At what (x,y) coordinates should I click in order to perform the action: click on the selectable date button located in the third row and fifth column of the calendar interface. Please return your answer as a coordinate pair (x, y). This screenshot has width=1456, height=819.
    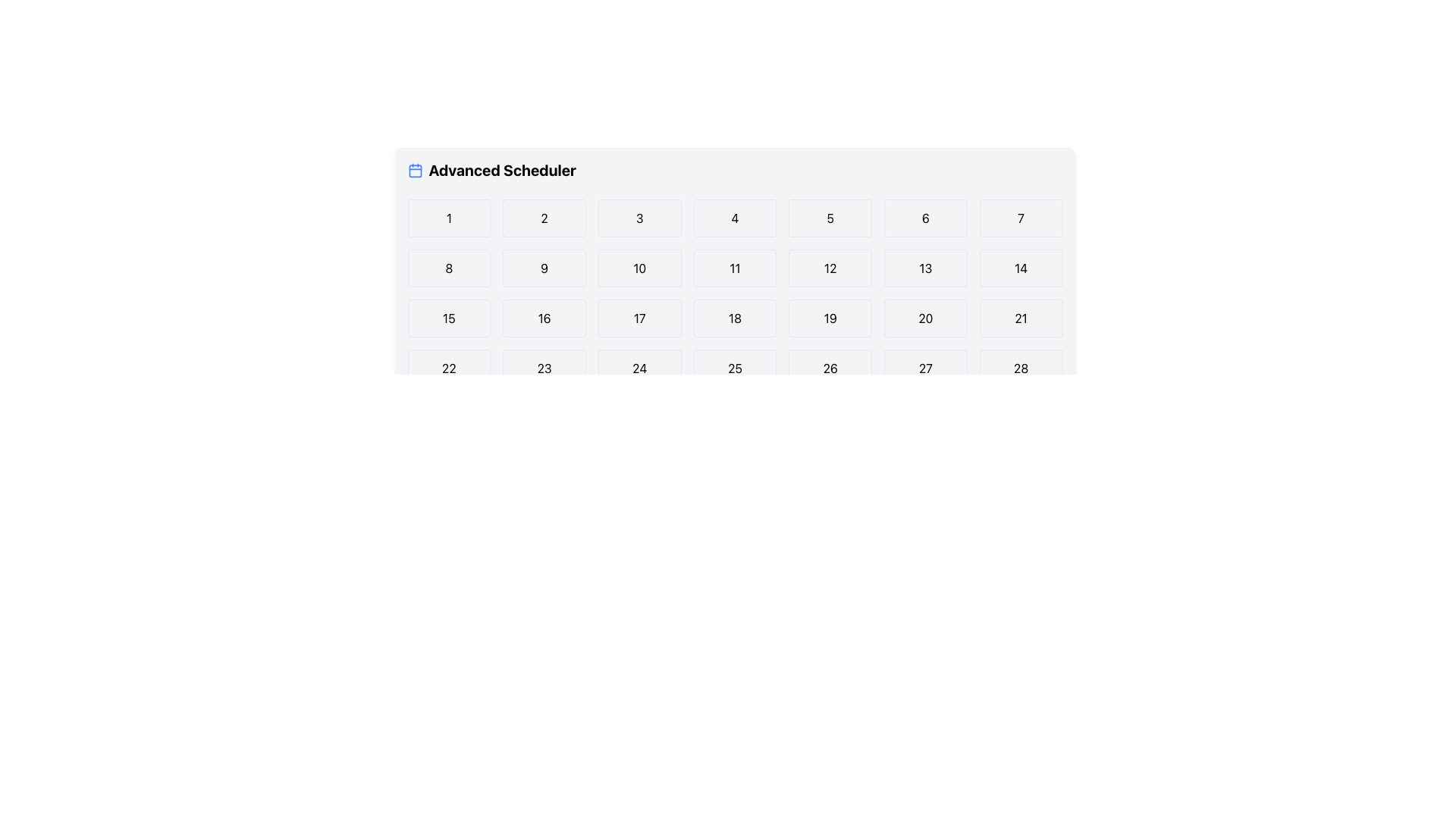
    Looking at the image, I should click on (830, 318).